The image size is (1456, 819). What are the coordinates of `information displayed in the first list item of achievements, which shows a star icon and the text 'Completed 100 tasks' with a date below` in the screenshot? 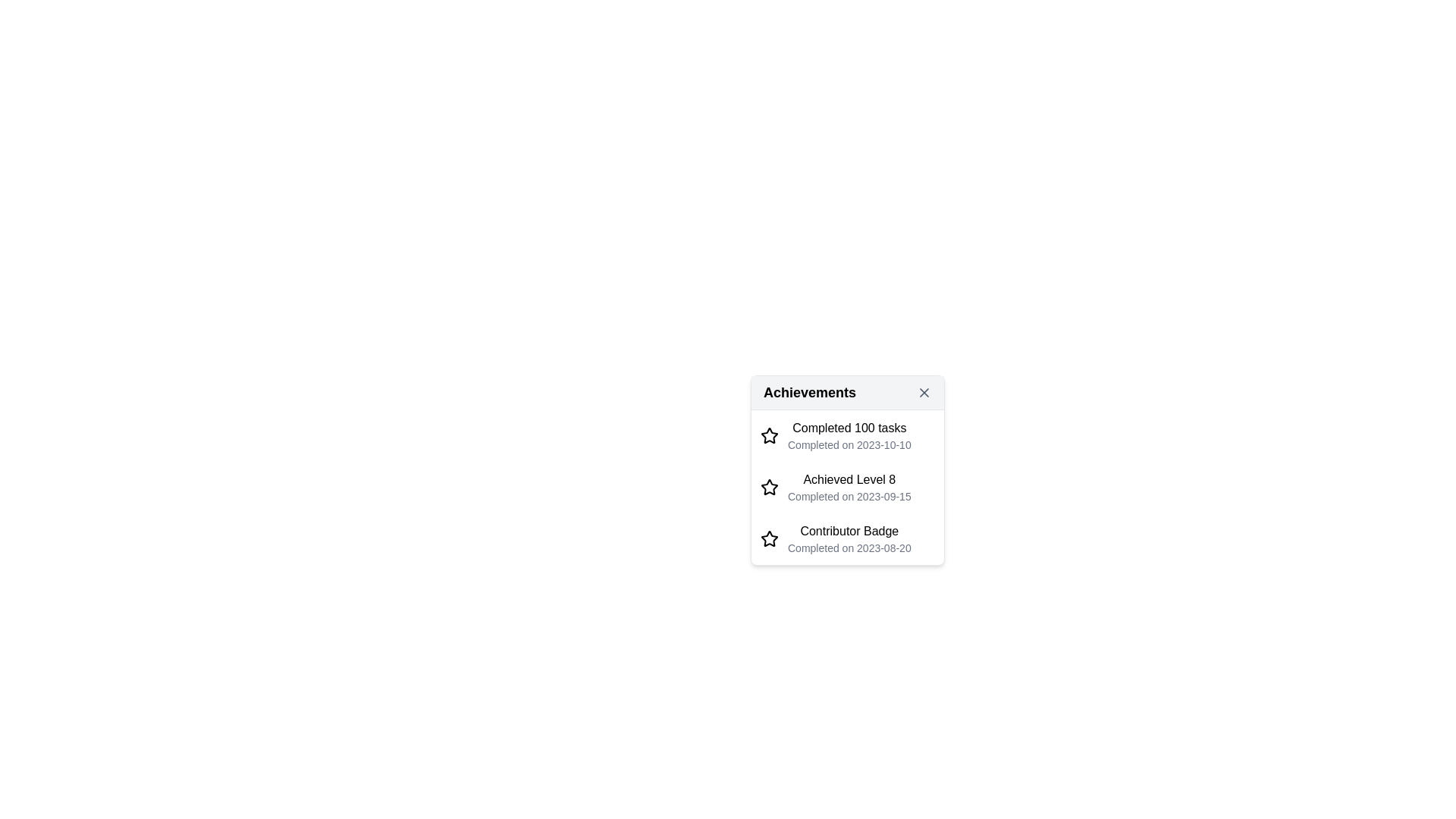 It's located at (847, 435).